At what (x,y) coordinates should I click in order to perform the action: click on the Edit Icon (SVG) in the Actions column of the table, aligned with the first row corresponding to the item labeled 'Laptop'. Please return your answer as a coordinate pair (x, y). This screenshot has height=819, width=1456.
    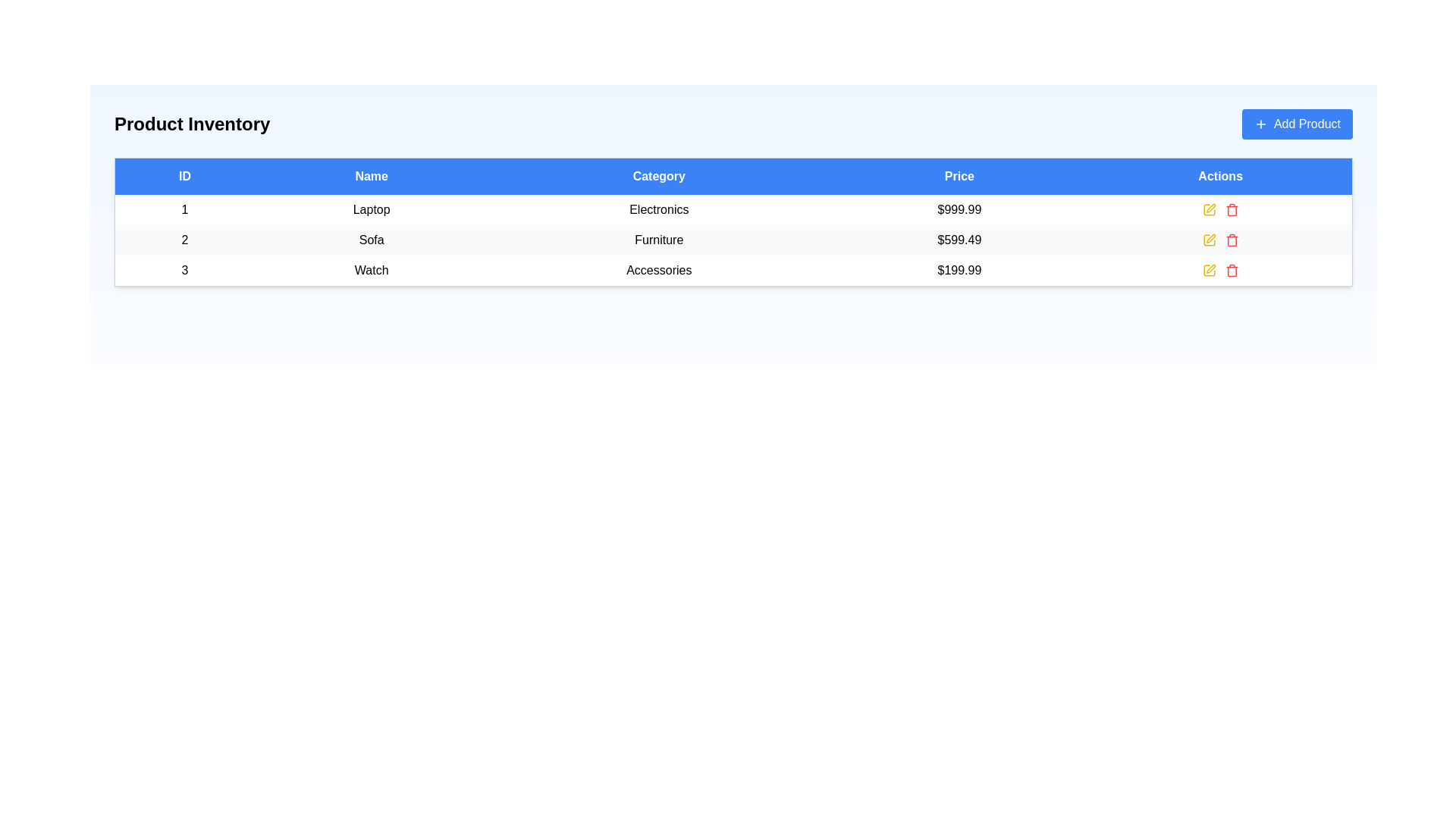
    Looking at the image, I should click on (1210, 208).